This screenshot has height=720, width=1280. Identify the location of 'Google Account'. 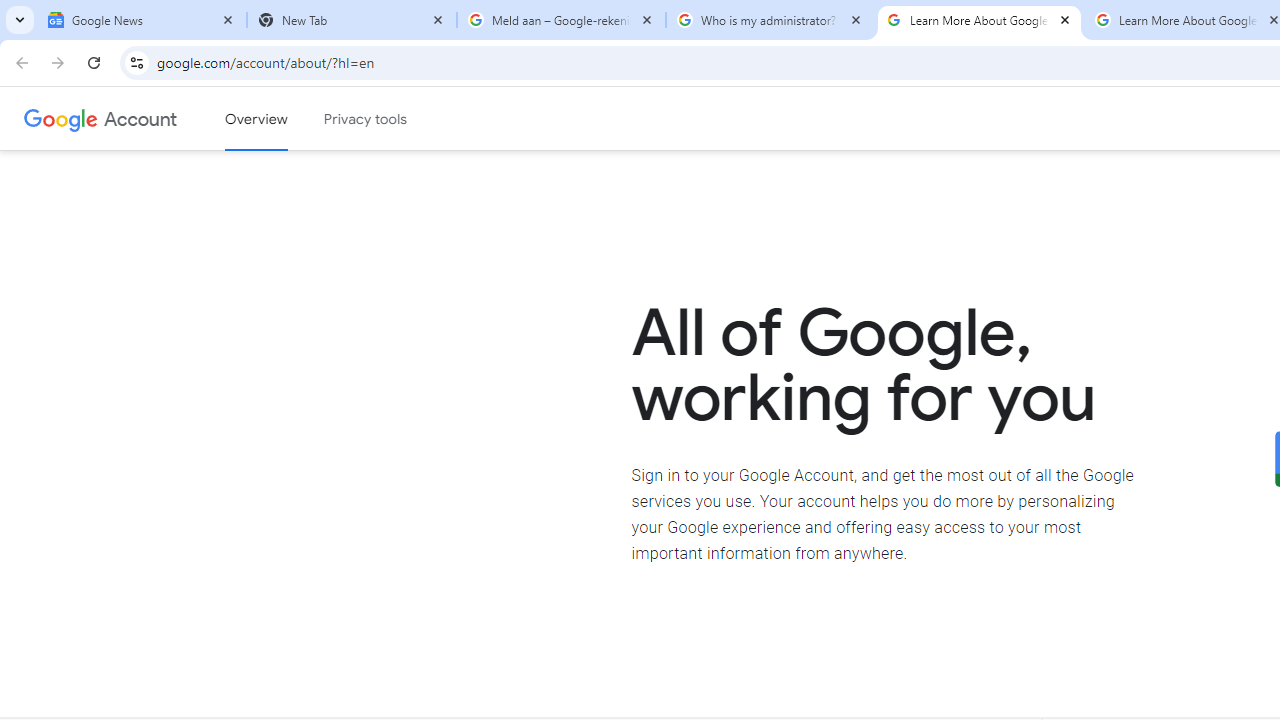
(139, 118).